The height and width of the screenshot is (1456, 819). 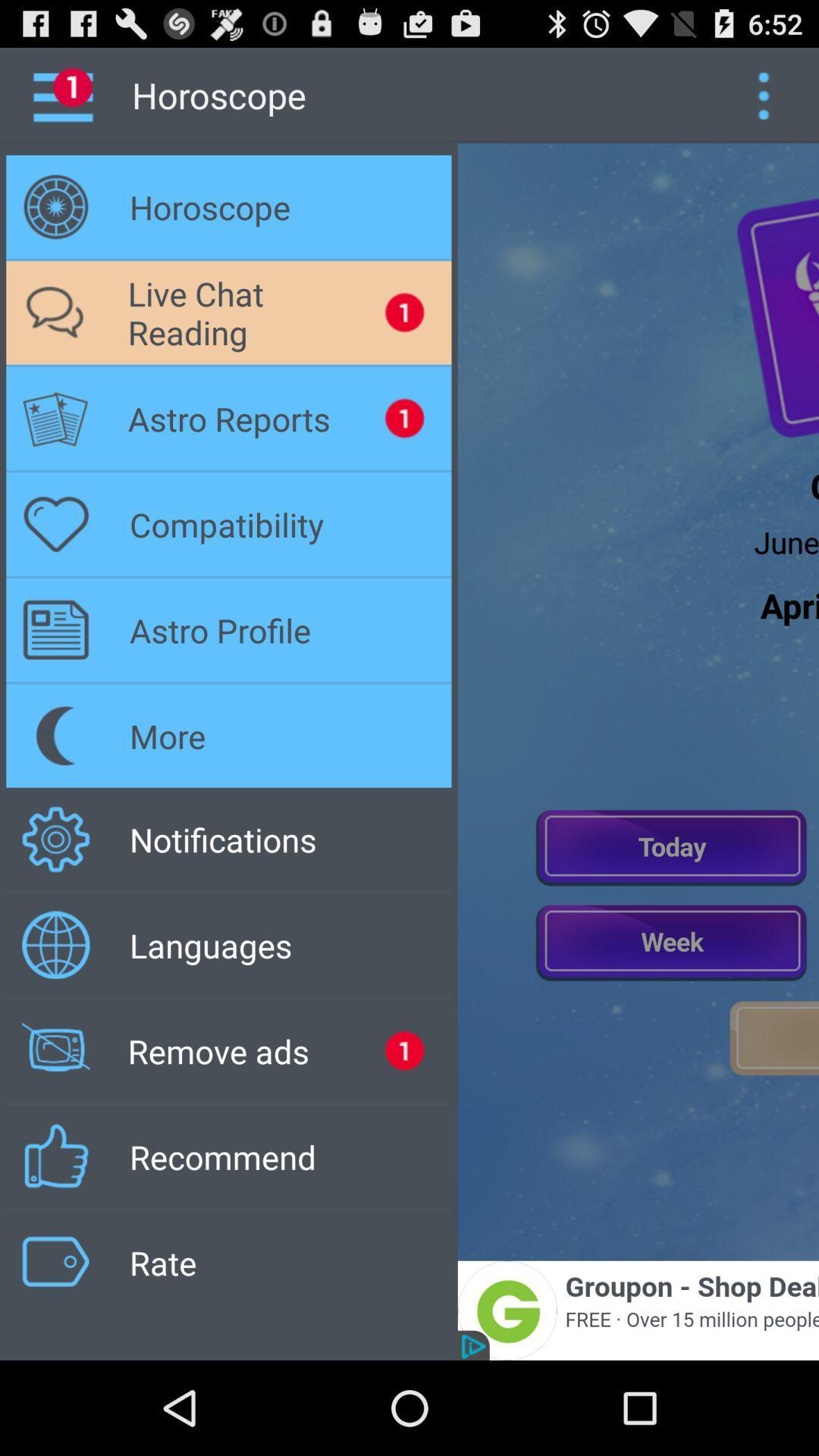 I want to click on horoscope for the week, so click(x=671, y=940).